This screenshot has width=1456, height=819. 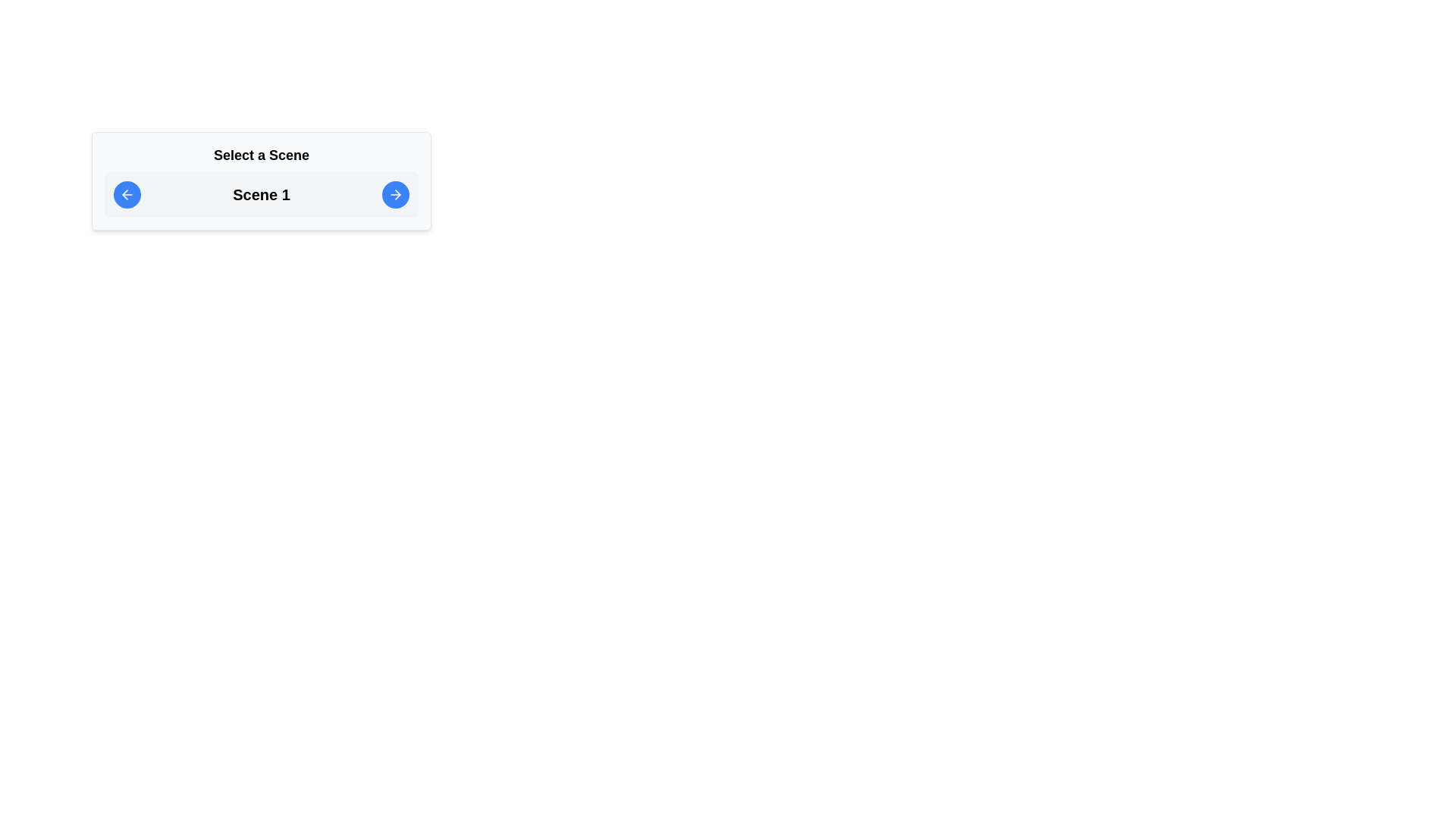 What do you see at coordinates (396, 194) in the screenshot?
I see `the navigation icon located on the right side of the selection interface next to the text 'Scene 1'` at bounding box center [396, 194].